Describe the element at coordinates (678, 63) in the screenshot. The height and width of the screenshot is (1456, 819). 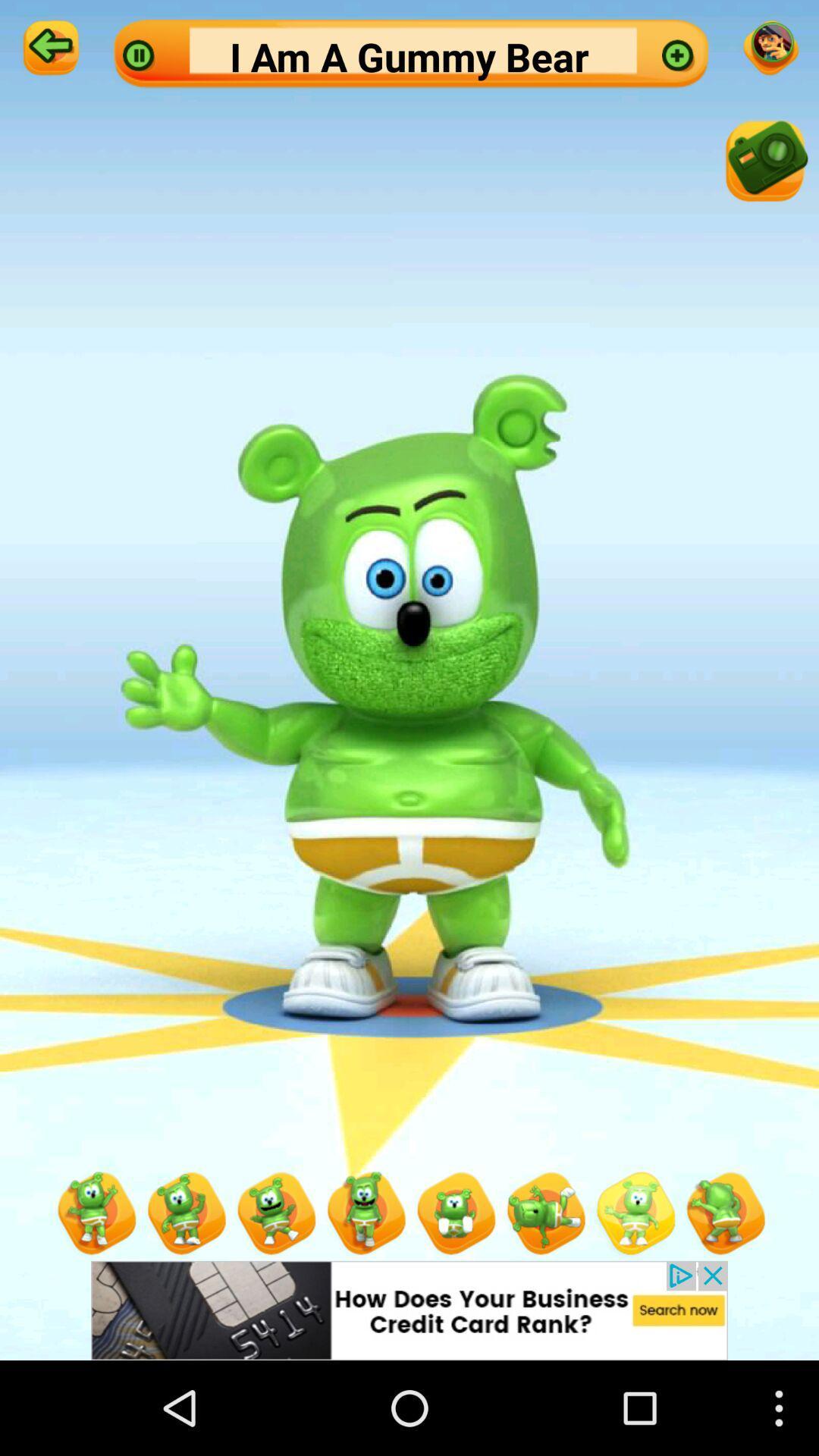
I see `the add icon` at that location.